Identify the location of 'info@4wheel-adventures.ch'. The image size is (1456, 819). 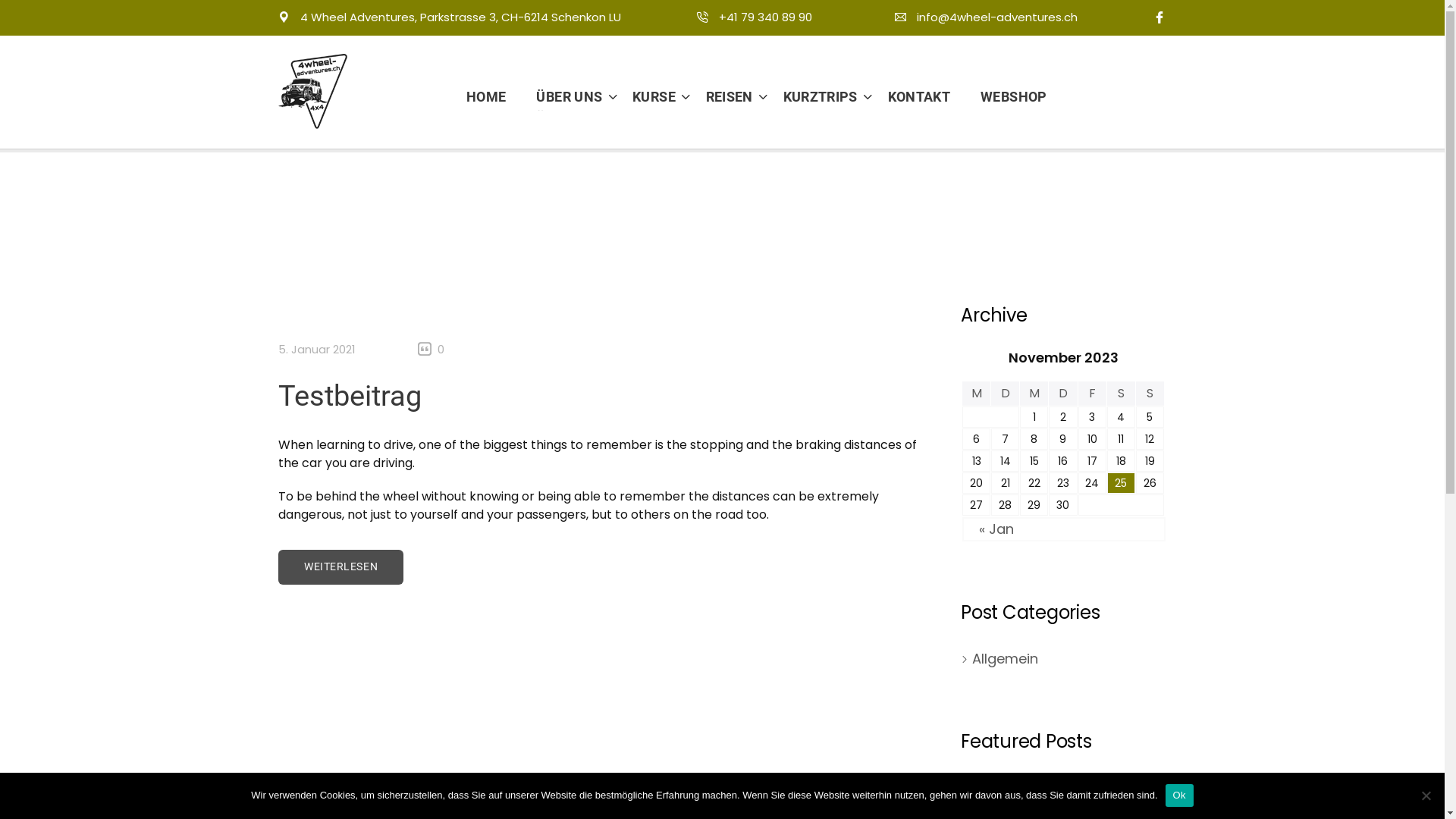
(986, 17).